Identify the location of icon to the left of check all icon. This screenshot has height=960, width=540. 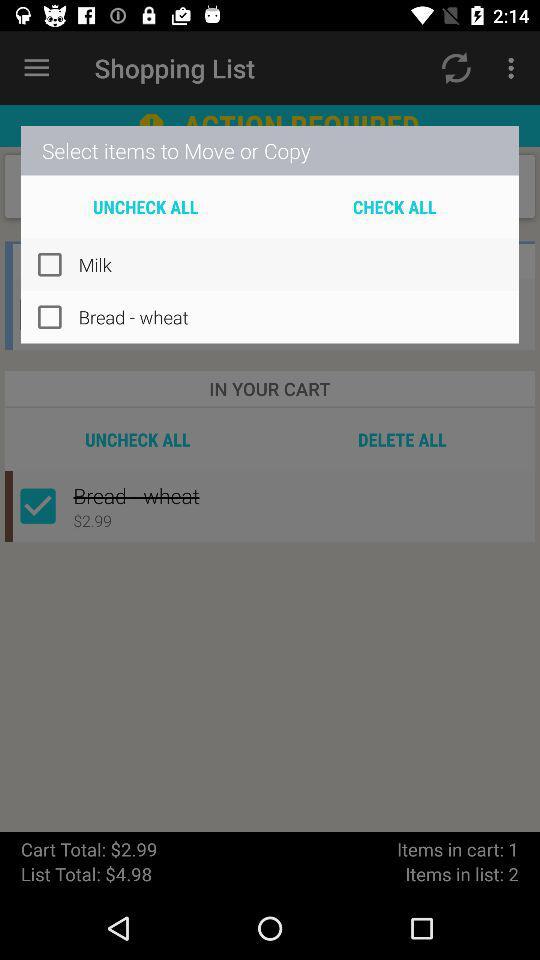
(144, 206).